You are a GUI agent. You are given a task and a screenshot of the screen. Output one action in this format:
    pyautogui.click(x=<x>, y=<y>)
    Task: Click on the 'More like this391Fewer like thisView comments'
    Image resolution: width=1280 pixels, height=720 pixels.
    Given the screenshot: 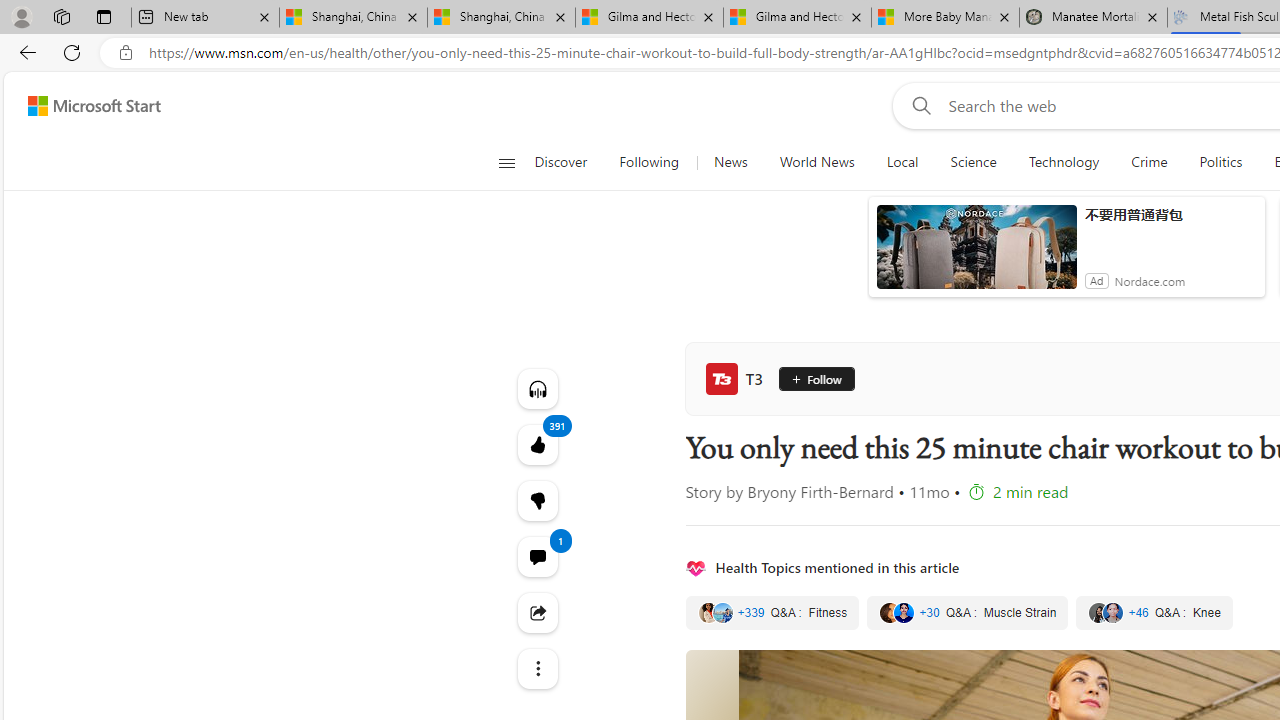 What is the action you would take?
    pyautogui.click(x=537, y=499)
    